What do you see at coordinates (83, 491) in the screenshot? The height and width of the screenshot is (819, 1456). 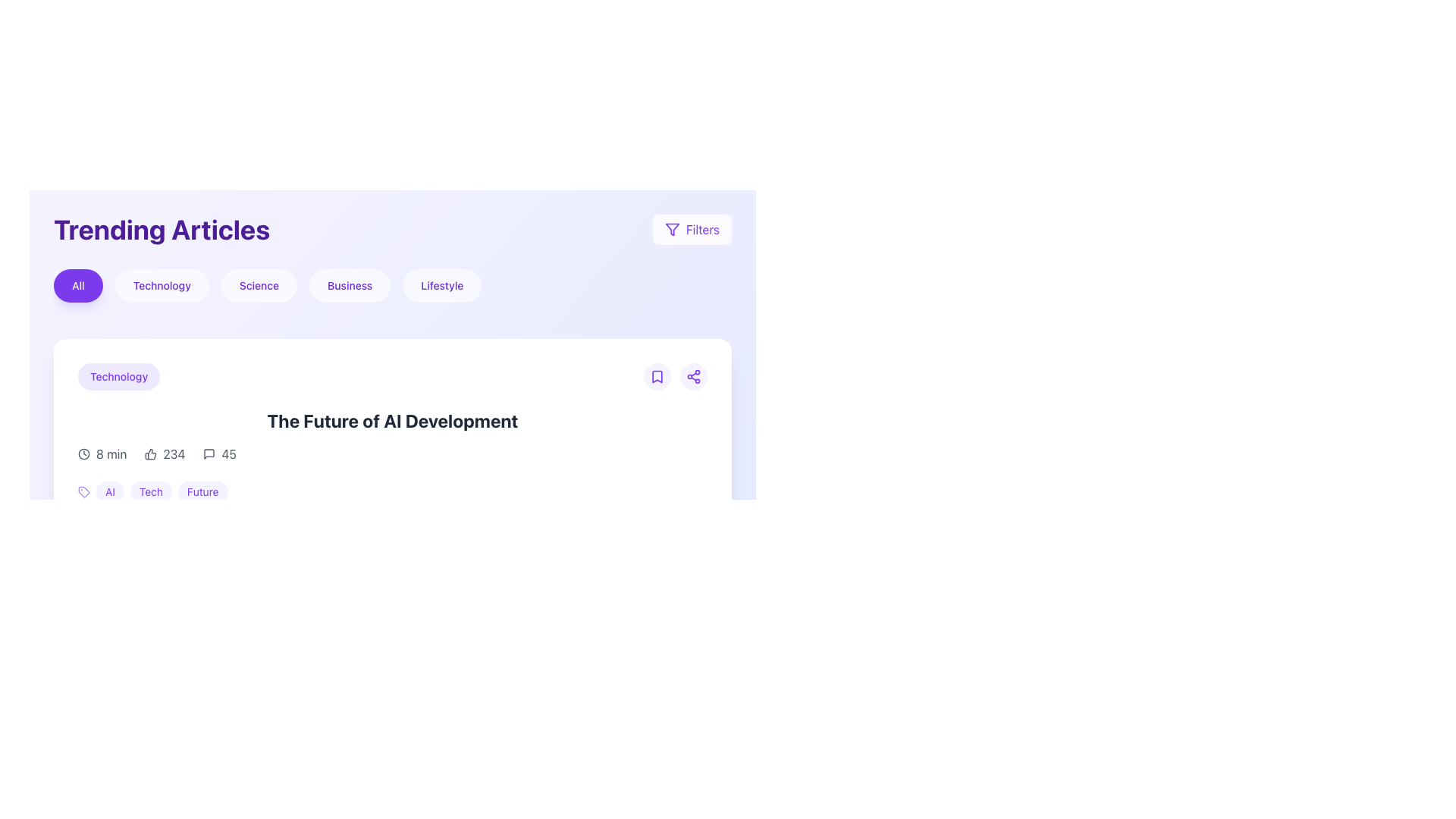 I see `small, tag-shaped icon with a violet border and dot inside, located on the leftmost side of a horizontal group of elements including tags like 'AI', 'Tech', and 'Future'` at bounding box center [83, 491].